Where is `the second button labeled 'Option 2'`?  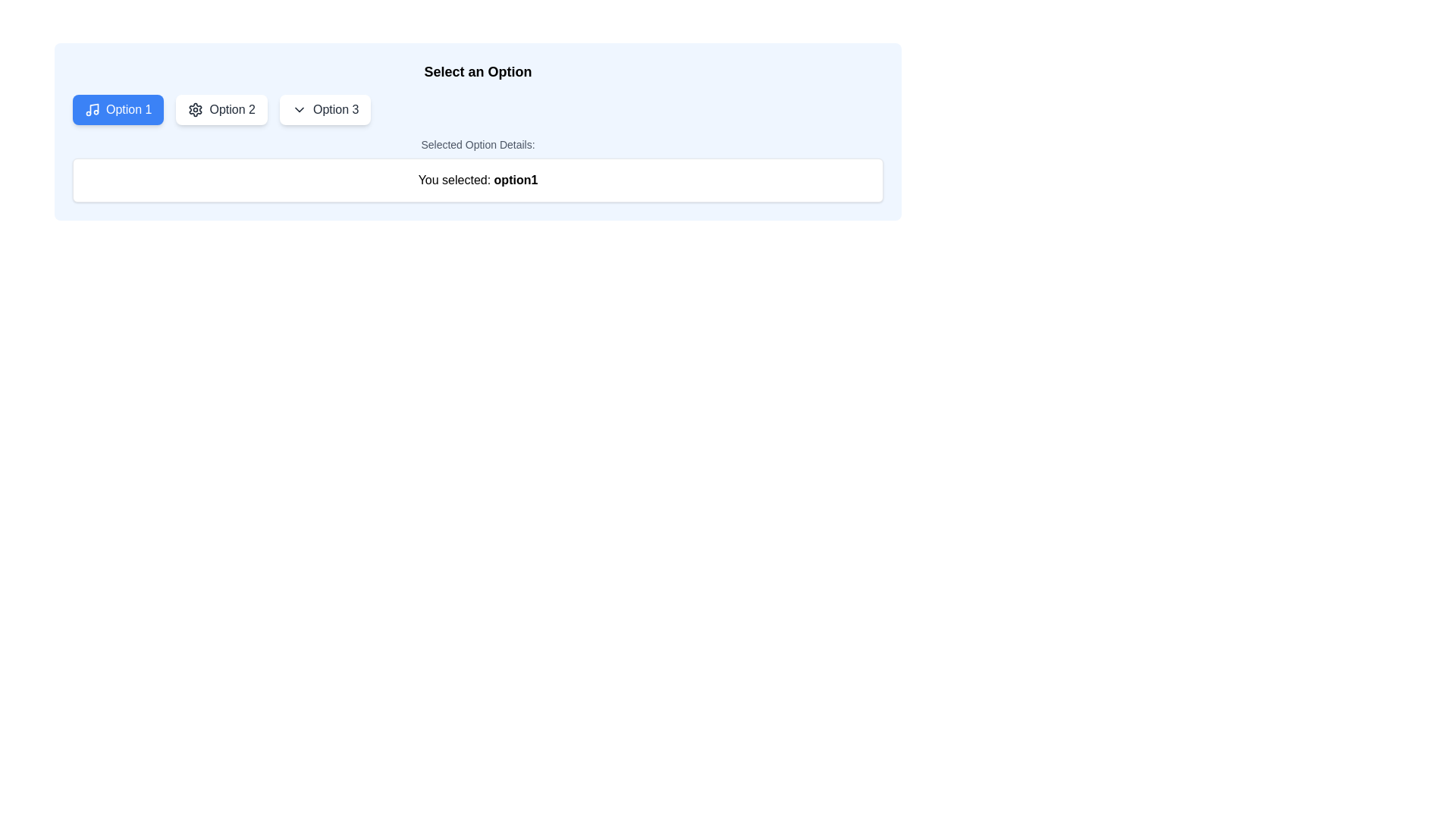 the second button labeled 'Option 2' is located at coordinates (221, 109).